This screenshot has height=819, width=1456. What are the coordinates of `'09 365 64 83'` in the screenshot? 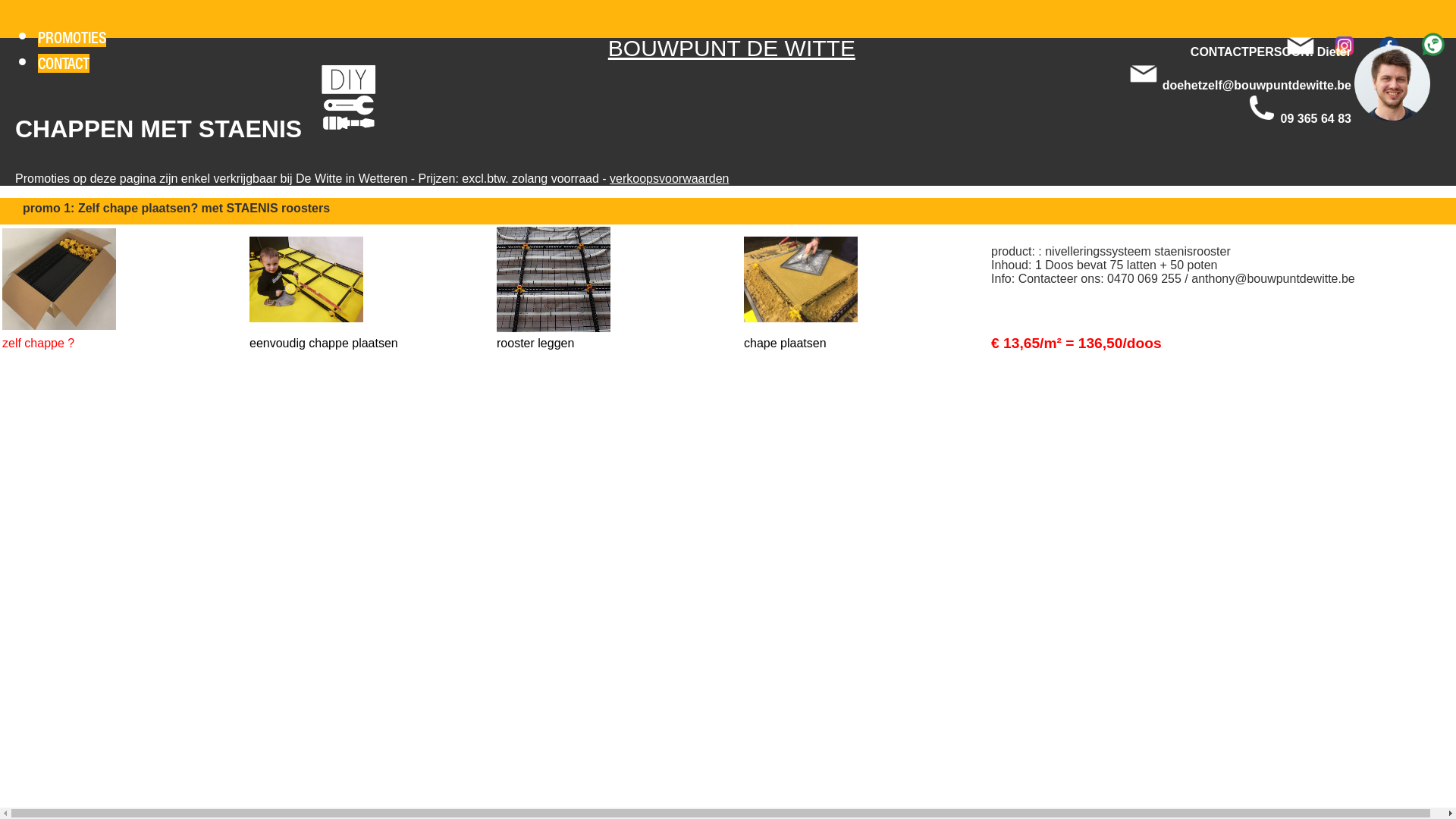 It's located at (1280, 118).